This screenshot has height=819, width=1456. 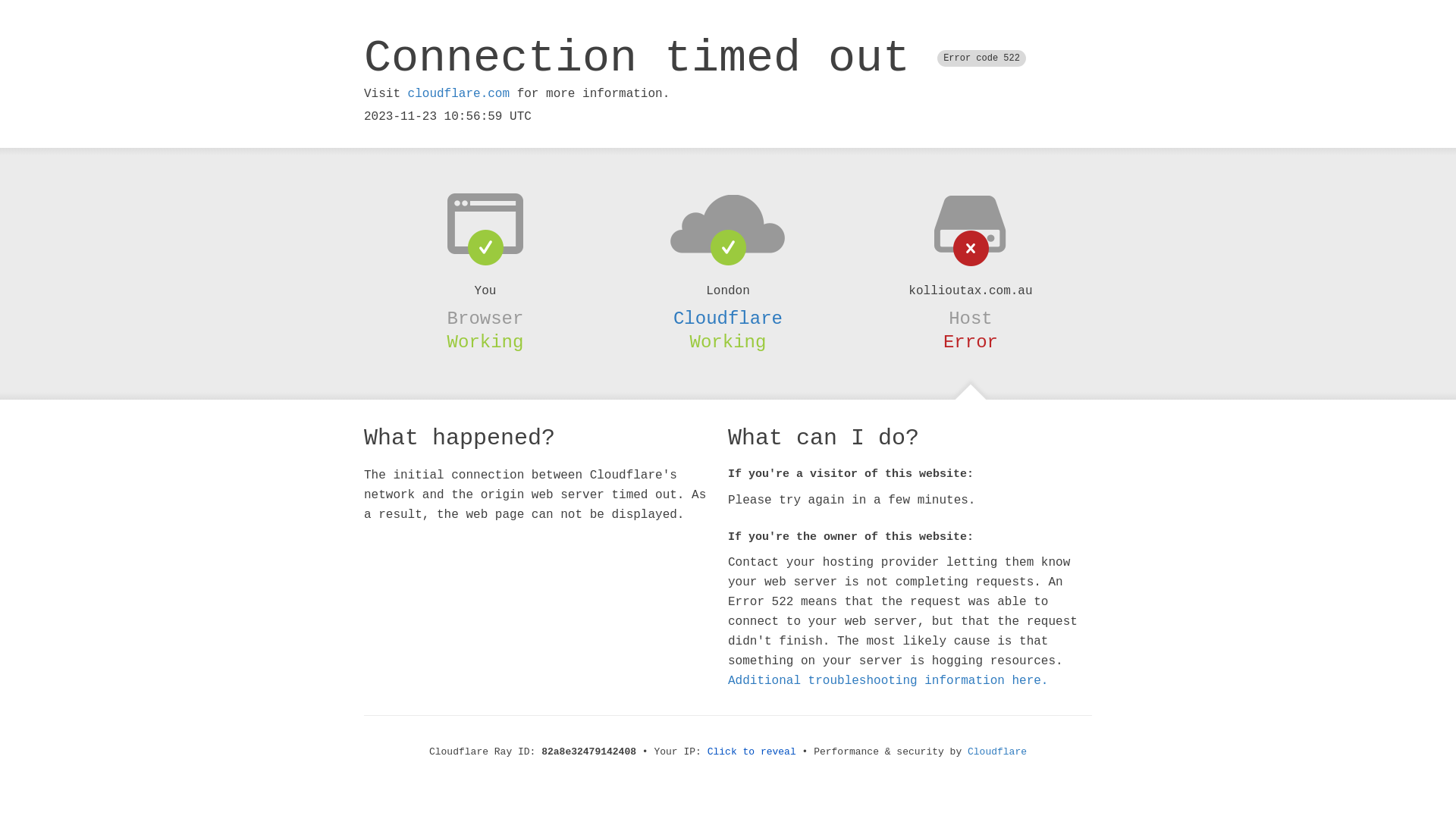 What do you see at coordinates (997, 752) in the screenshot?
I see `'Cloudflare'` at bounding box center [997, 752].